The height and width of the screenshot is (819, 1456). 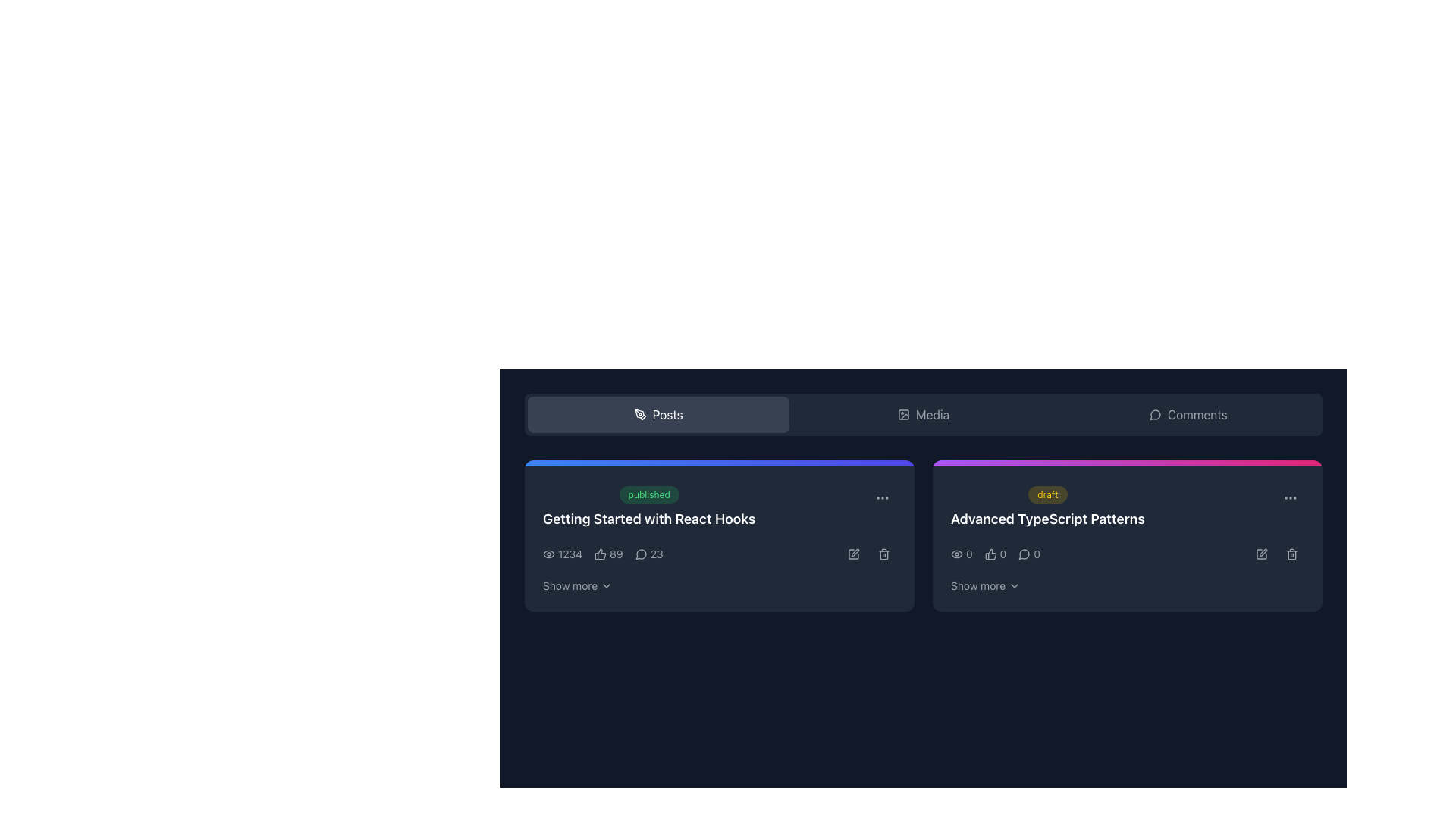 I want to click on the 'Posts' tab label, which is styled with white text on a dark gray background and appears as a button-like link, so click(x=667, y=415).